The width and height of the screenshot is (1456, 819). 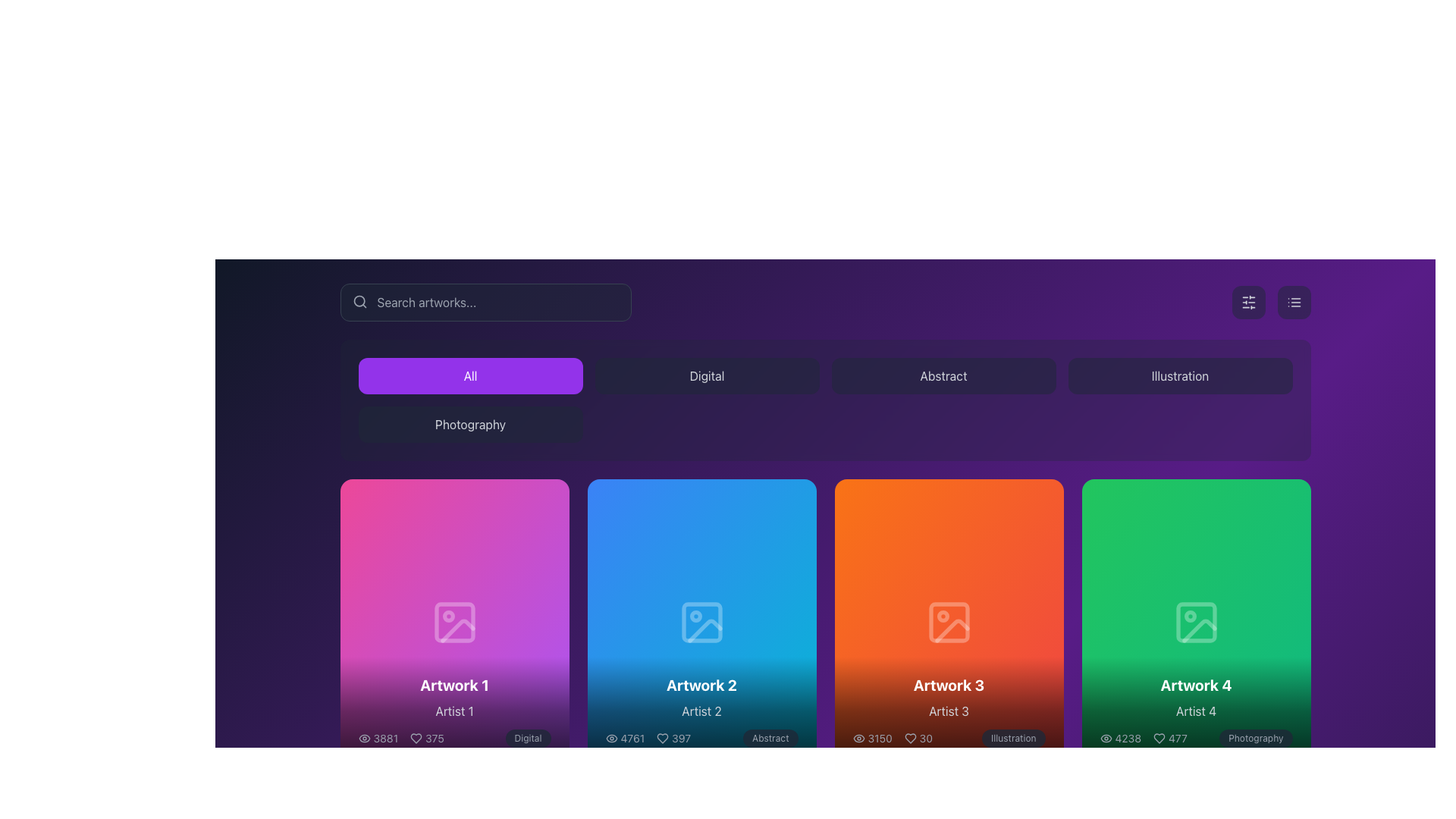 What do you see at coordinates (858, 737) in the screenshot?
I see `the views icon located to the left of the text '3150', which indicates the number of views for 'Artwork 3'` at bounding box center [858, 737].